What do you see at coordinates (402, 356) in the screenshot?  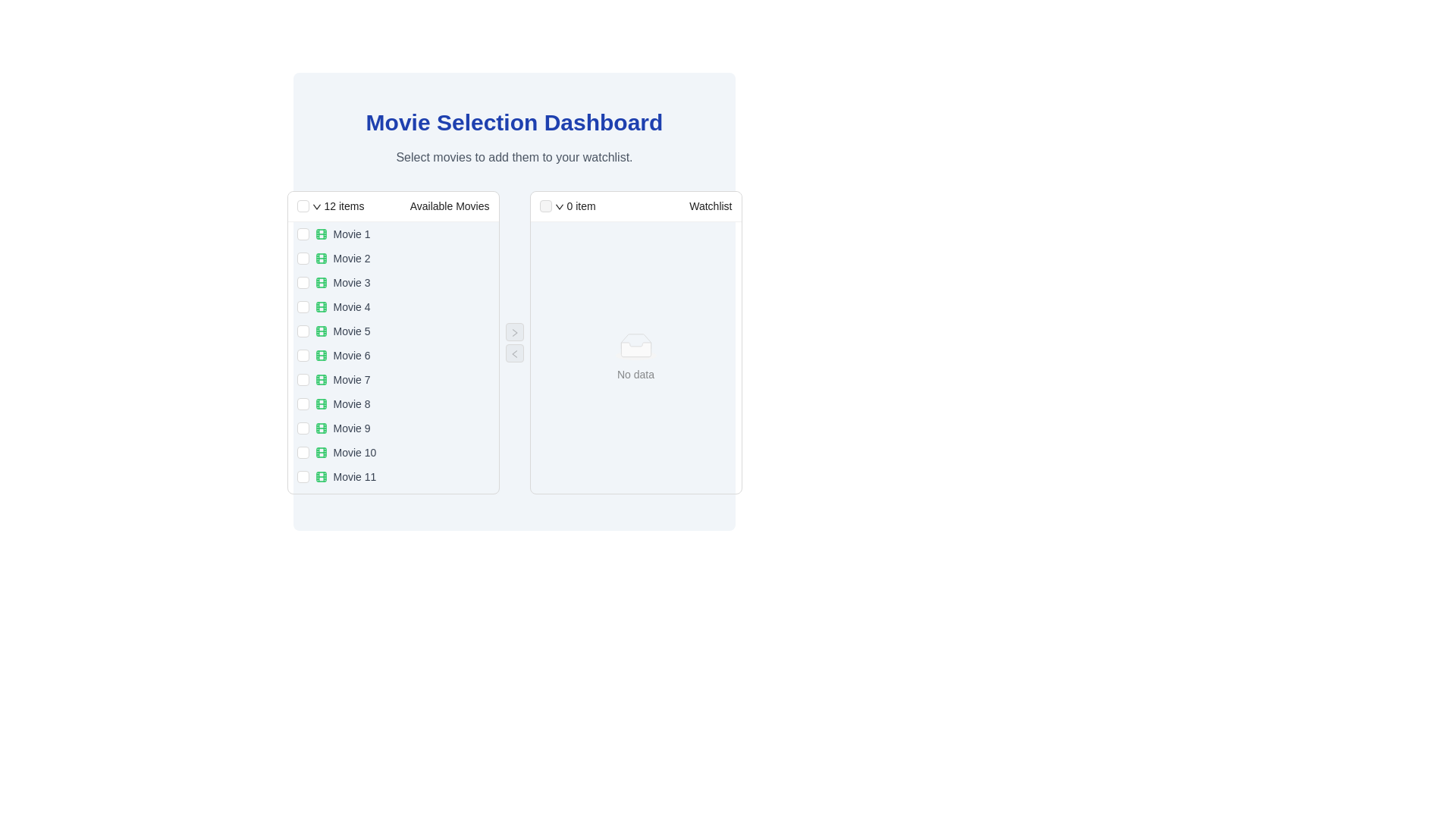 I see `the text label 'Movie 6' with the accompanying film reel icon, located in the 'Available Movies' section` at bounding box center [402, 356].